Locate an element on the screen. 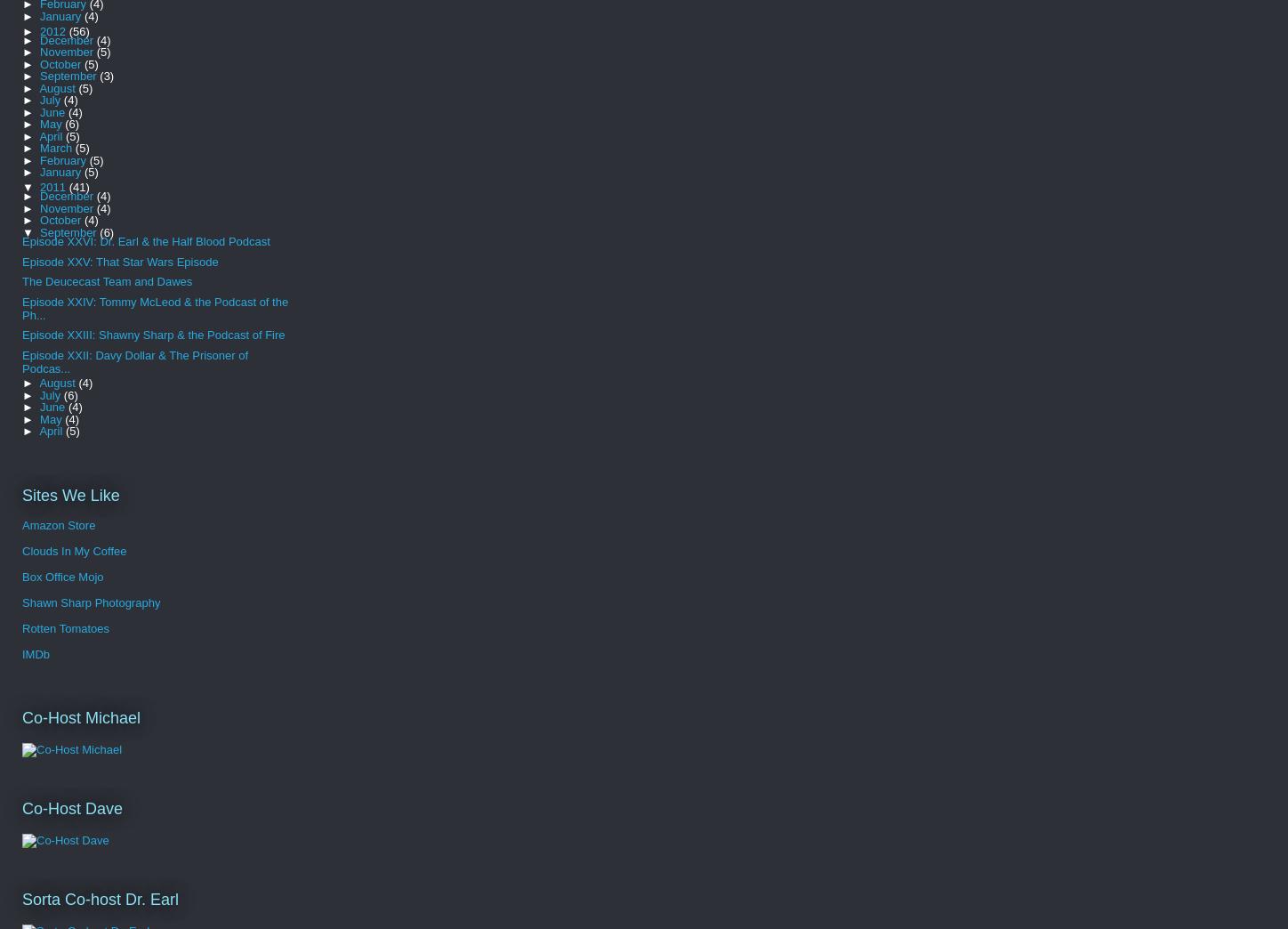  'Episode XXIII:  Shawny Sharp & the Podcast of Fire' is located at coordinates (152, 335).